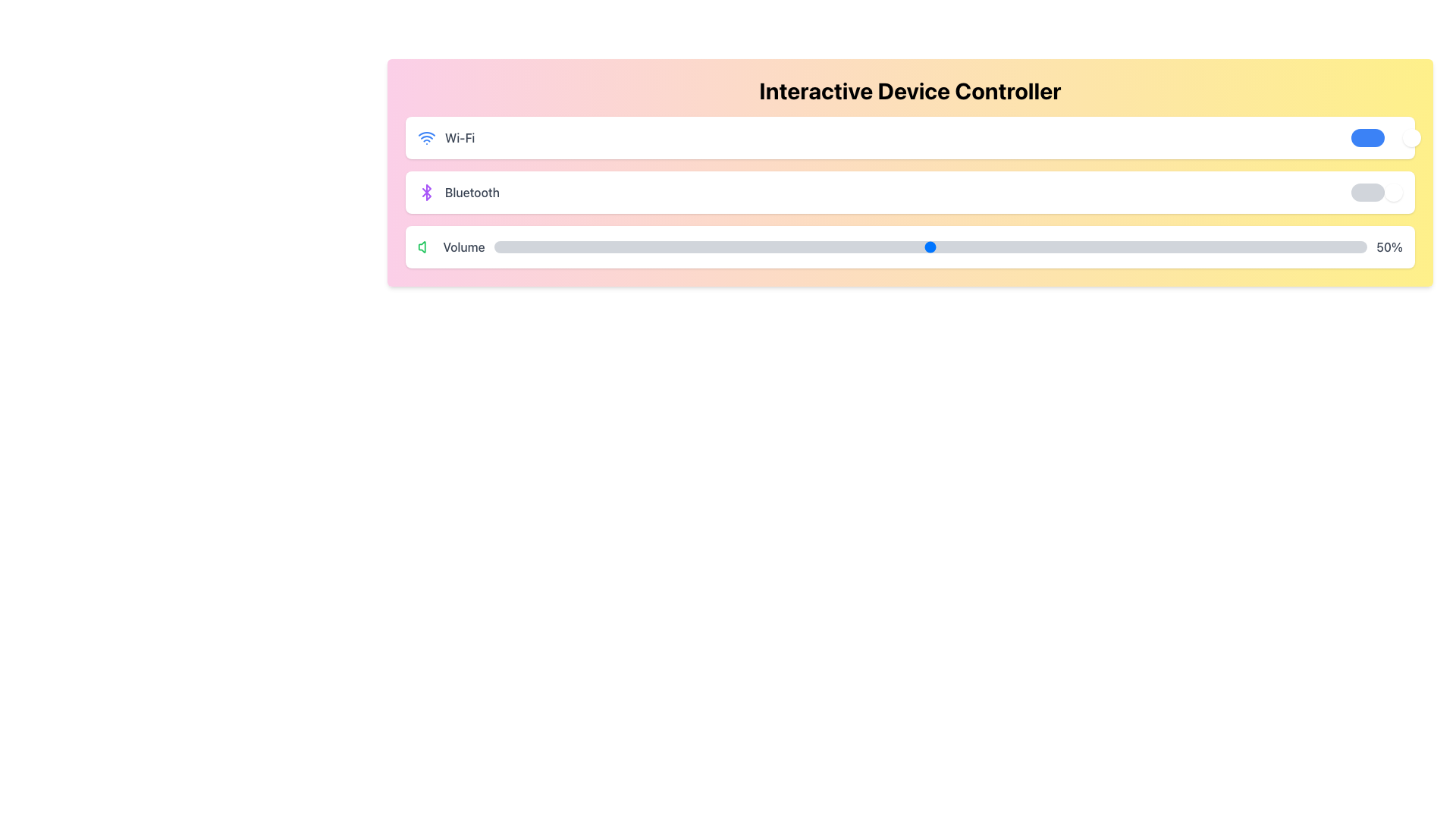 The image size is (1456, 819). What do you see at coordinates (494, 240) in the screenshot?
I see `the slider value` at bounding box center [494, 240].